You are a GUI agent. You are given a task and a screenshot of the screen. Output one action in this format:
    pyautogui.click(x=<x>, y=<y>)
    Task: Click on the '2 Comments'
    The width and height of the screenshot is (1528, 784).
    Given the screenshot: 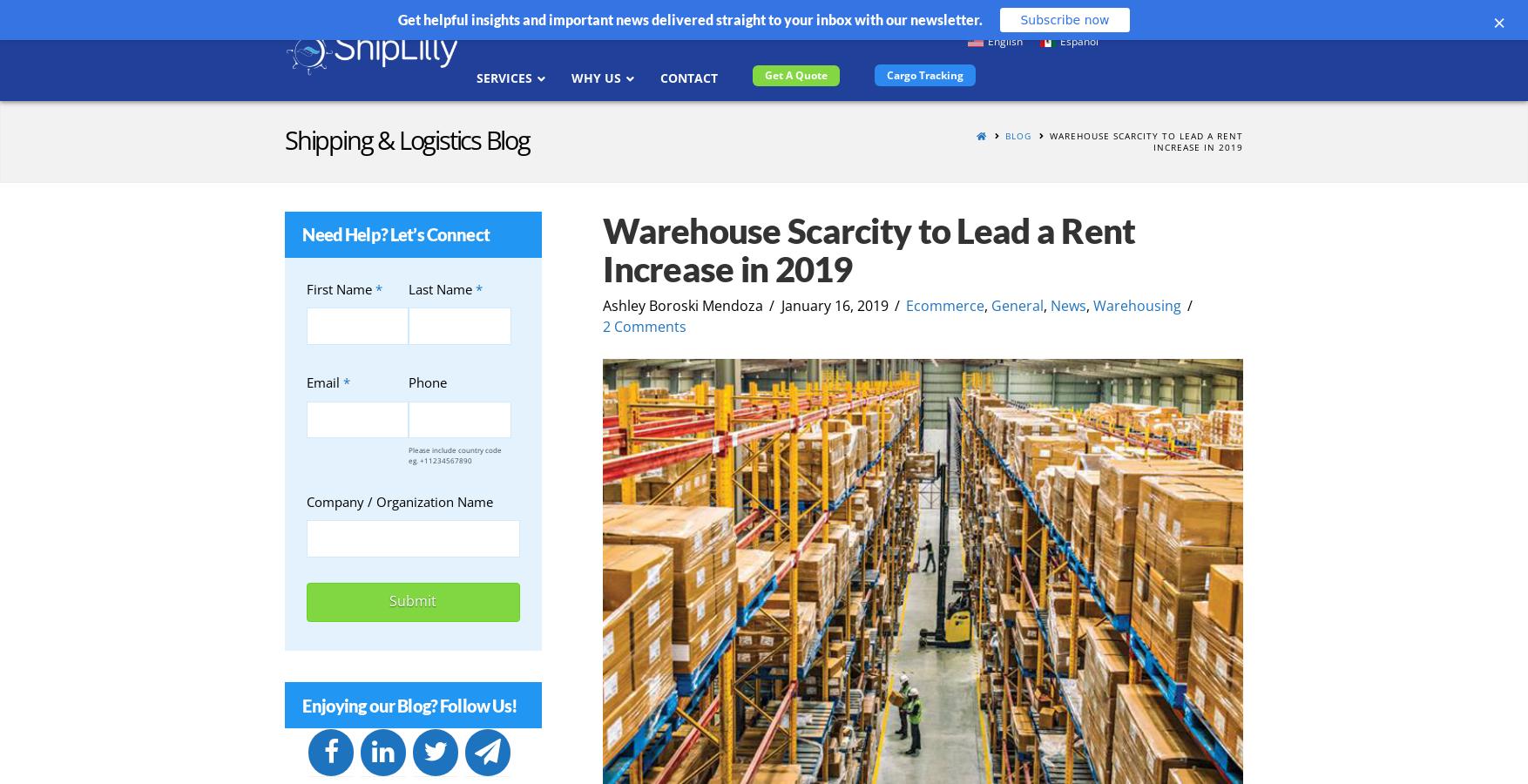 What is the action you would take?
    pyautogui.click(x=601, y=324)
    